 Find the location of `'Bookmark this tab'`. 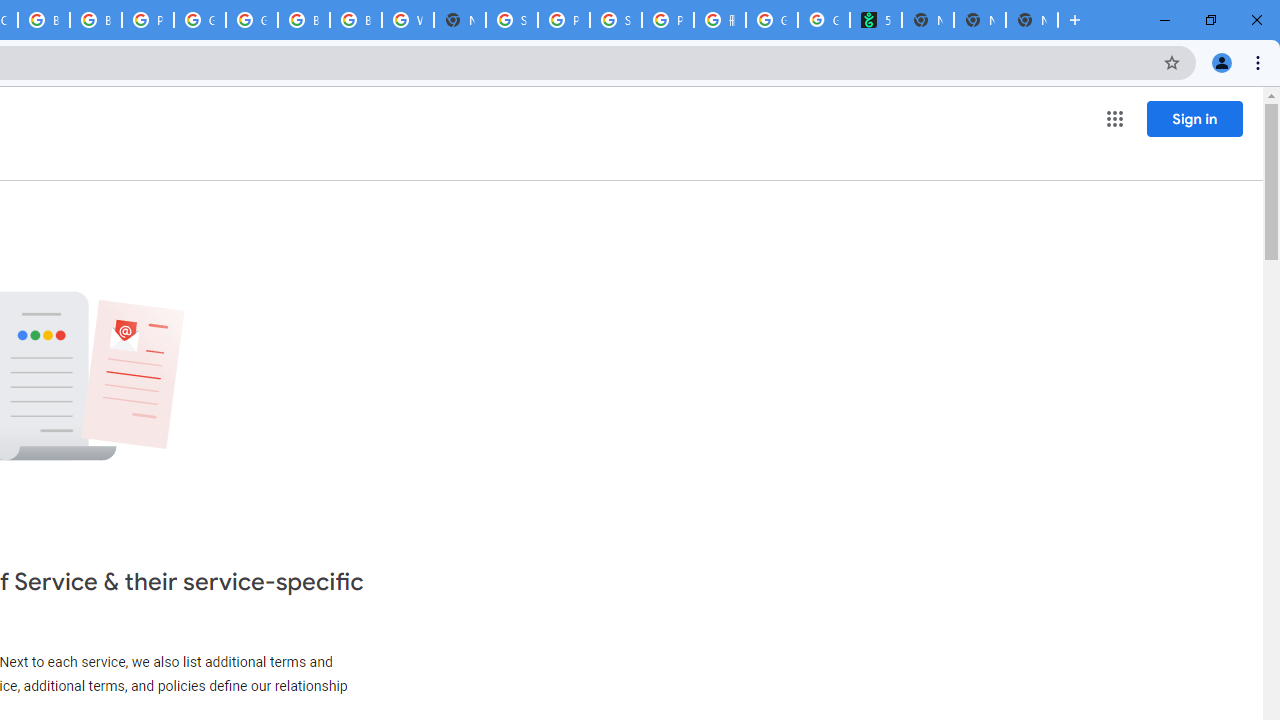

'Bookmark this tab' is located at coordinates (1171, 61).